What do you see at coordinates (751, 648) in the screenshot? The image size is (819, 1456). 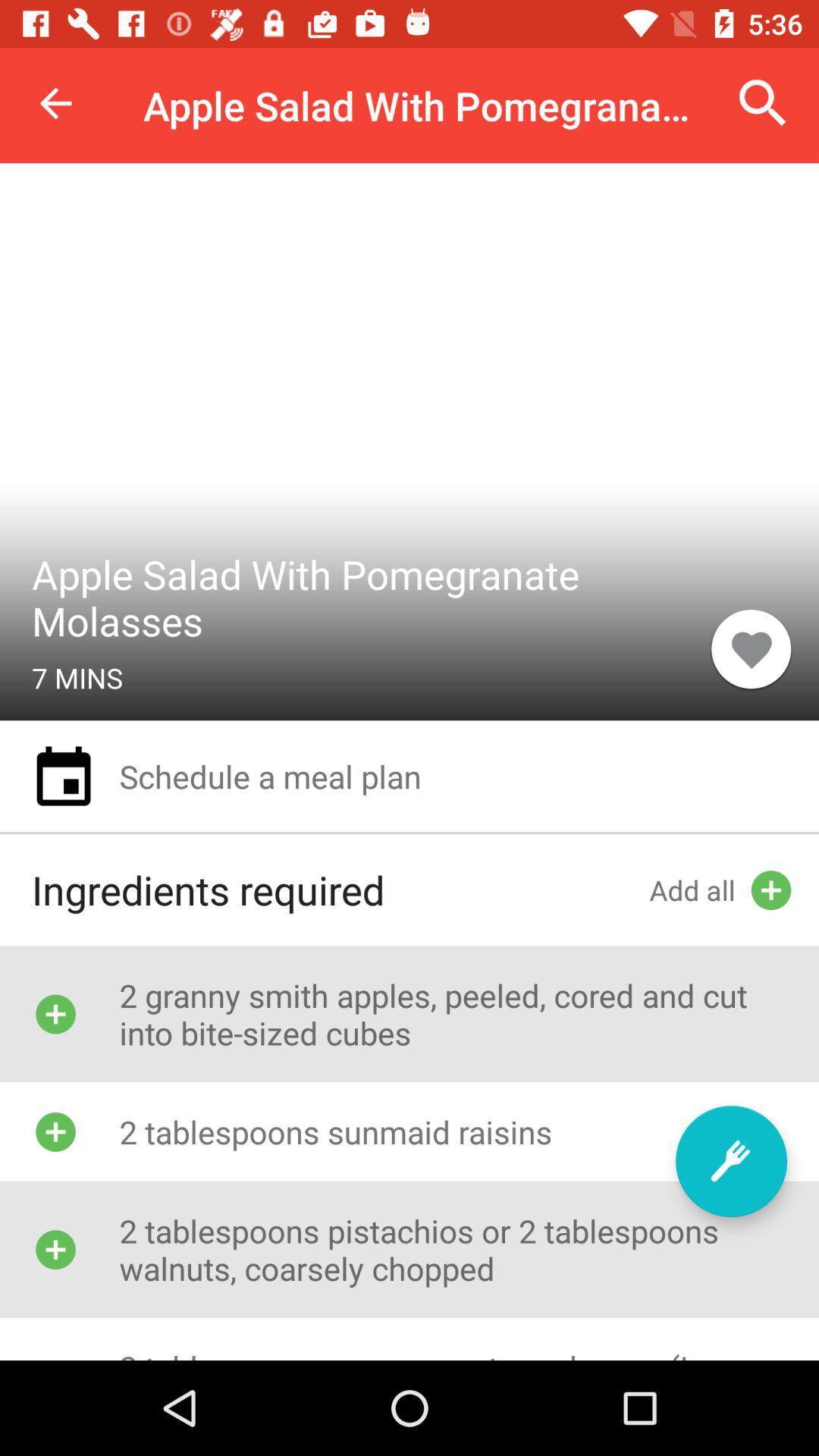 I see `icon to the right of the apple salad with icon` at bounding box center [751, 648].